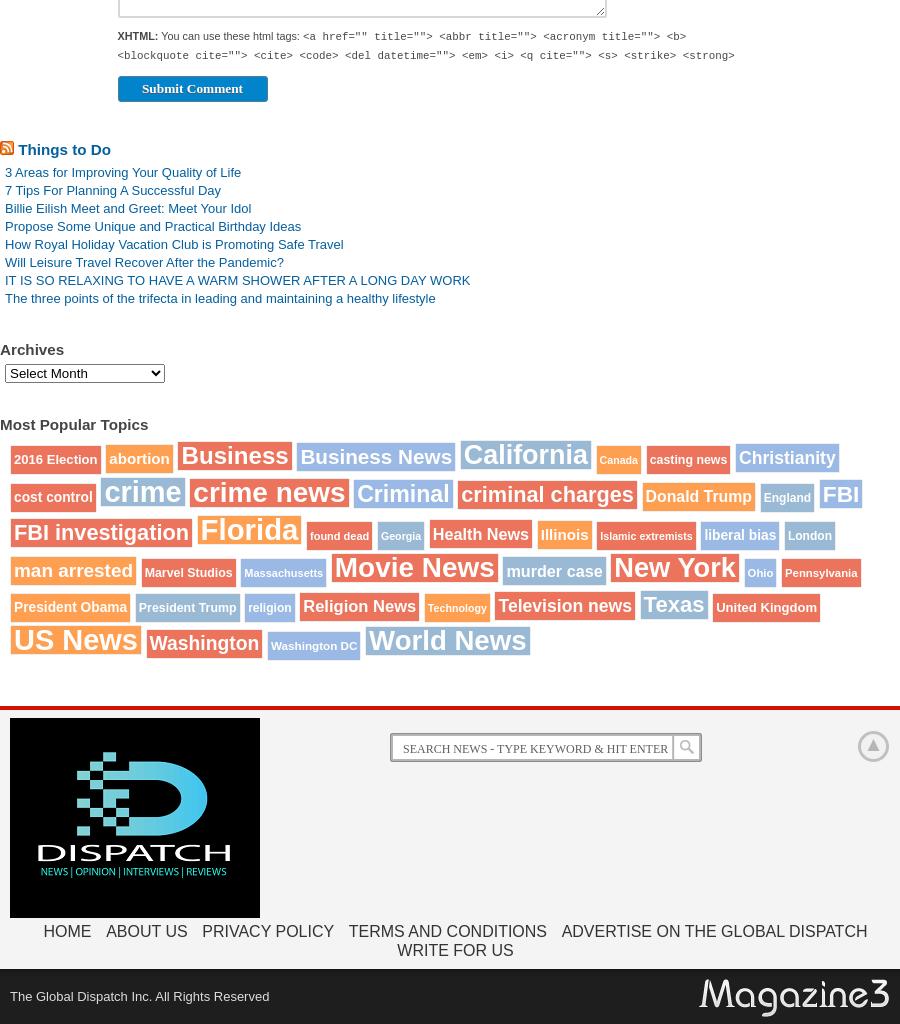  Describe the element at coordinates (400, 535) in the screenshot. I see `'Georgia'` at that location.